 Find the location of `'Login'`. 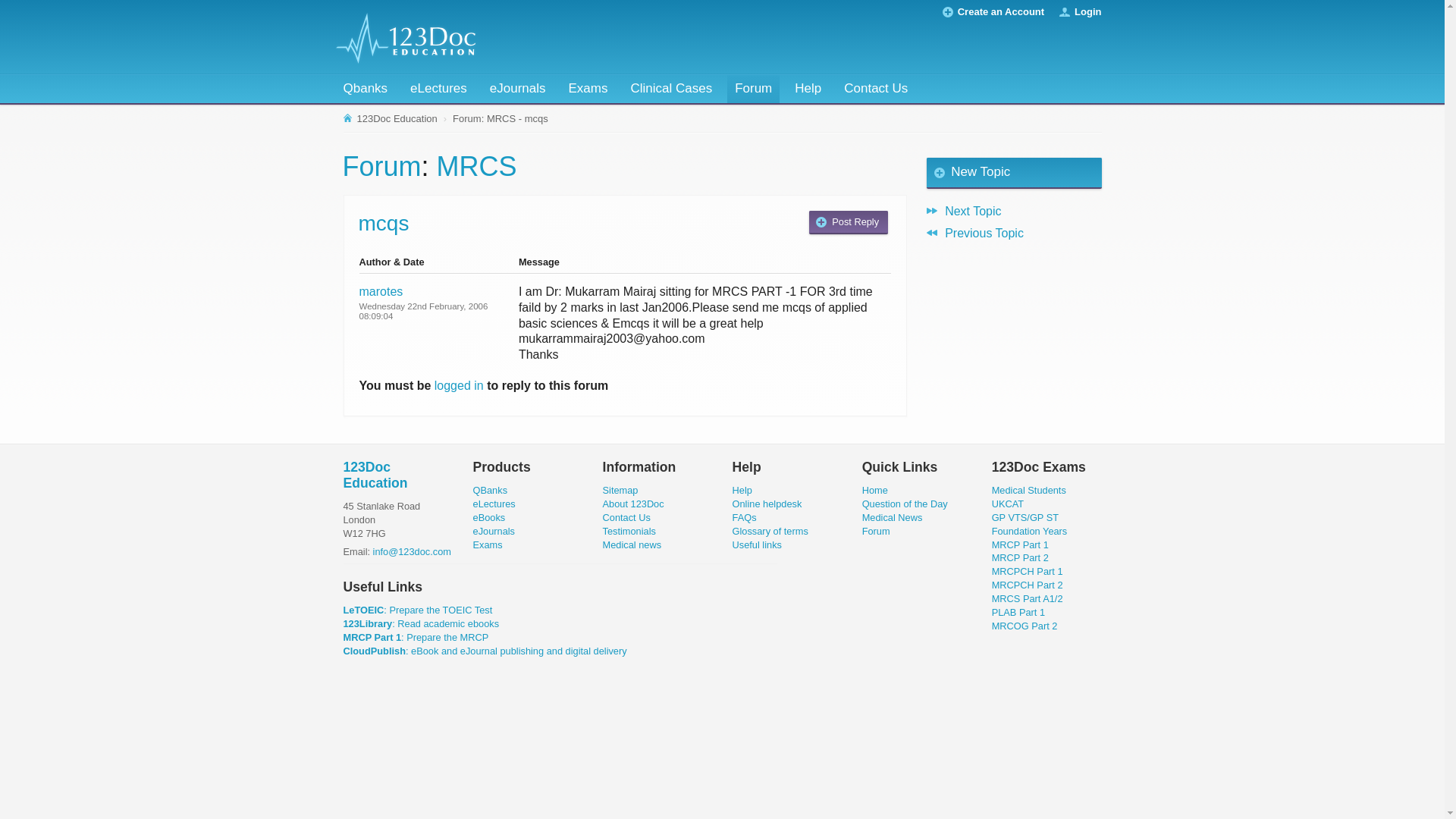

'Login' is located at coordinates (1087, 11).